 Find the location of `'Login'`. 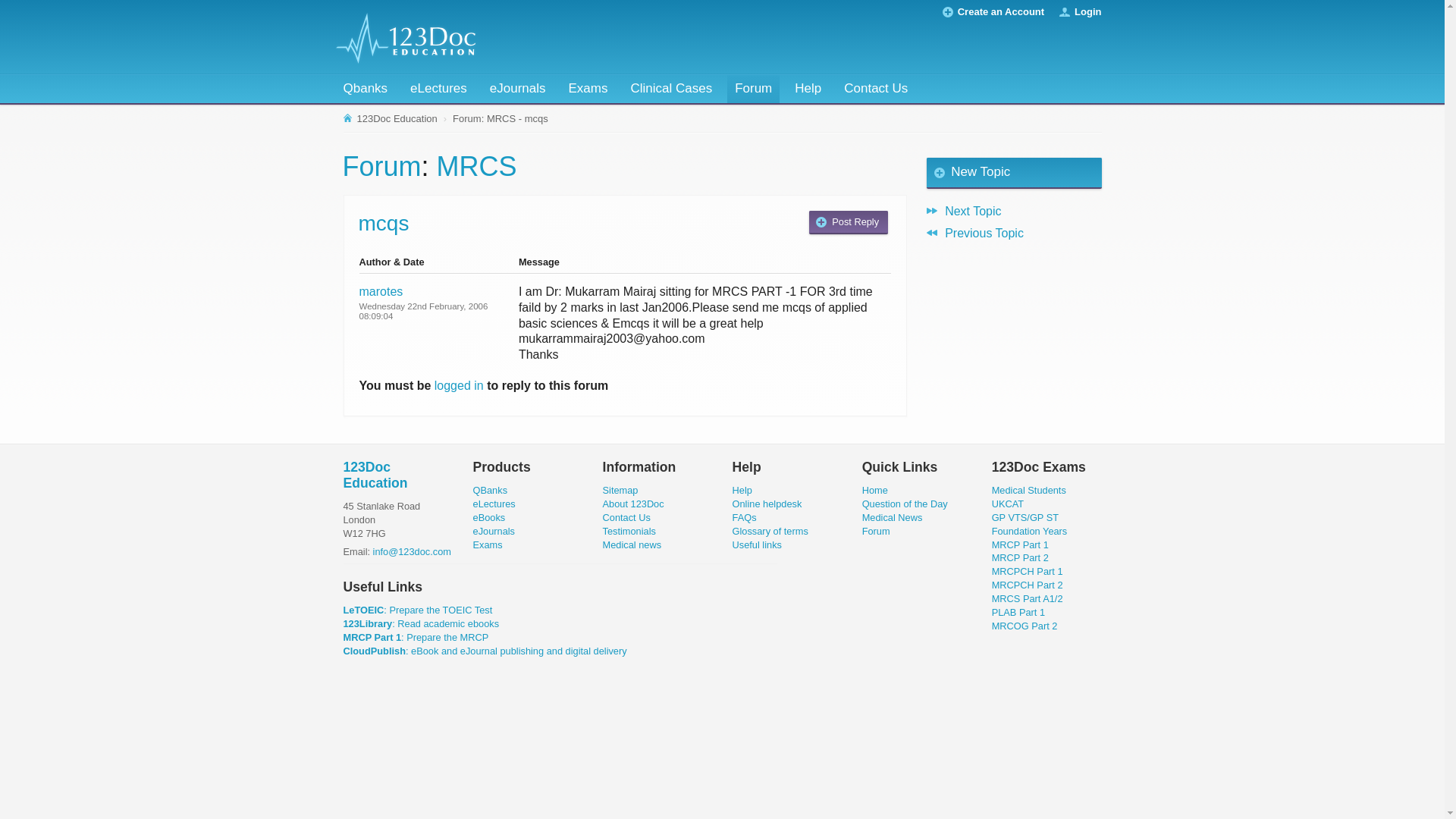

'Login' is located at coordinates (1087, 11).